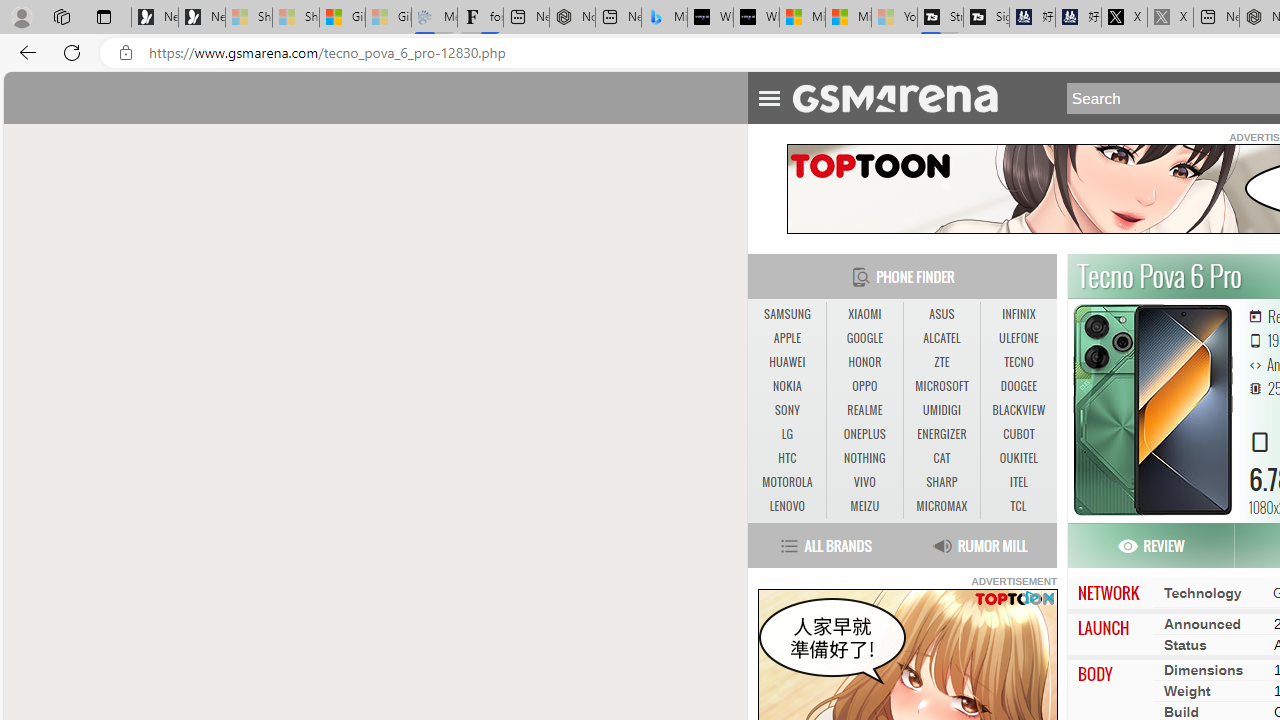 The height and width of the screenshot is (720, 1280). Describe the element at coordinates (941, 458) in the screenshot. I see `'CAT'` at that location.